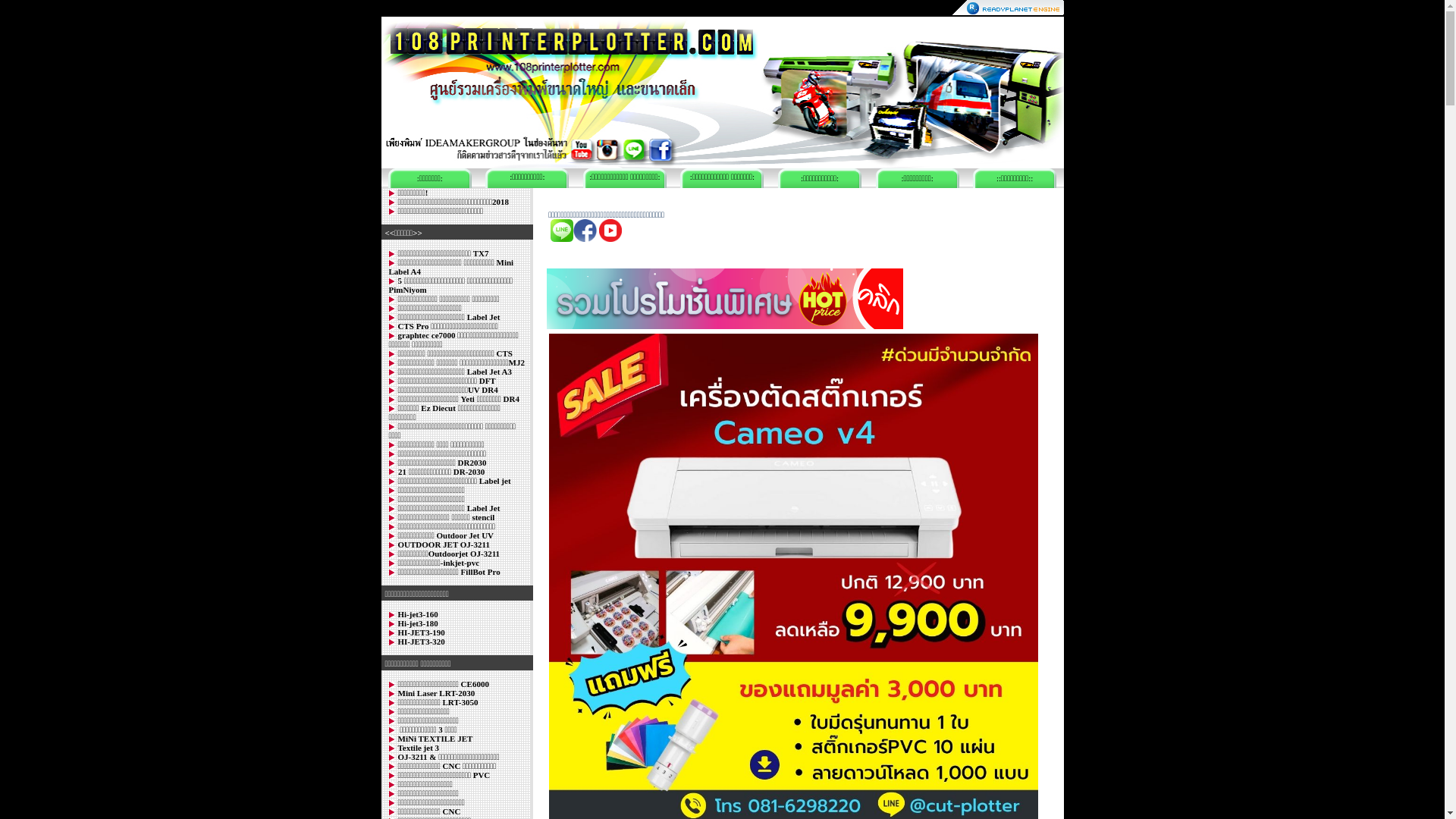 This screenshot has height=819, width=1456. Describe the element at coordinates (434, 738) in the screenshot. I see `'MiNi TEXTILE JET'` at that location.